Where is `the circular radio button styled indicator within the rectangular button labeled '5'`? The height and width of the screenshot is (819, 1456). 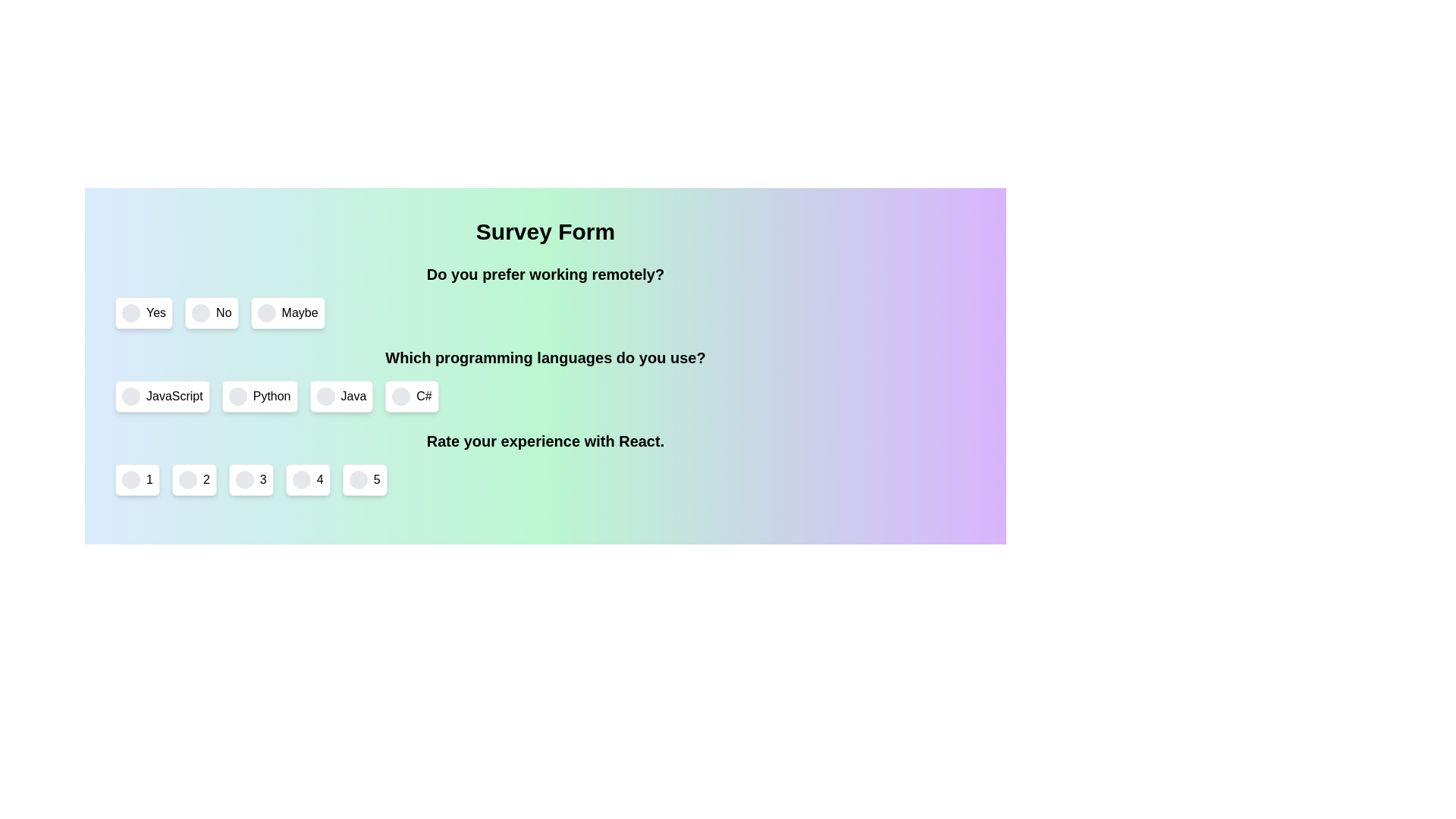 the circular radio button styled indicator within the rectangular button labeled '5' is located at coordinates (357, 479).